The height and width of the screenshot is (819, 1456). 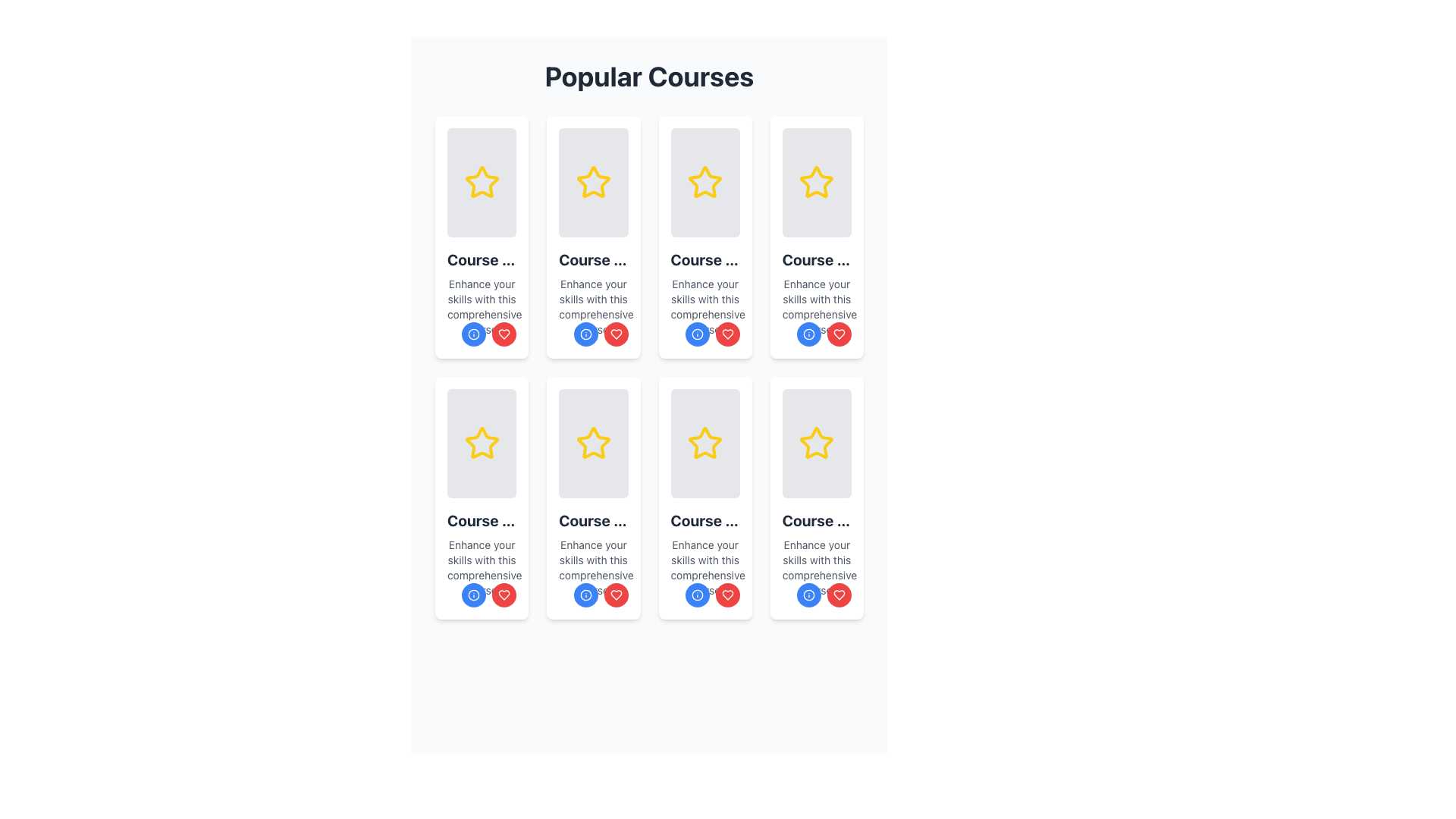 What do you see at coordinates (592, 497) in the screenshot?
I see `the course offering card located in the second row and second column of the grid layout` at bounding box center [592, 497].